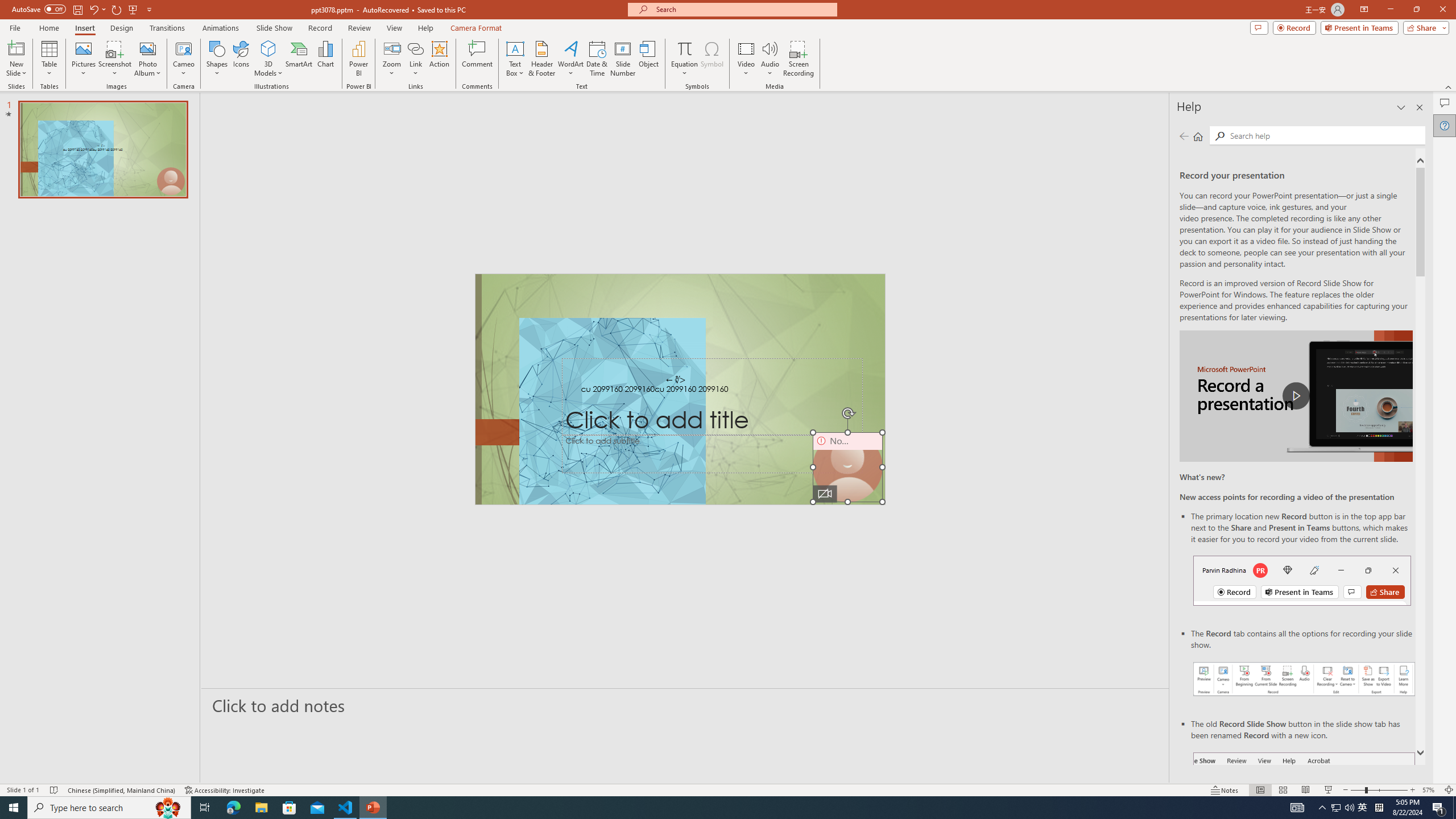 The height and width of the screenshot is (819, 1456). What do you see at coordinates (83, 59) in the screenshot?
I see `'Pictures'` at bounding box center [83, 59].